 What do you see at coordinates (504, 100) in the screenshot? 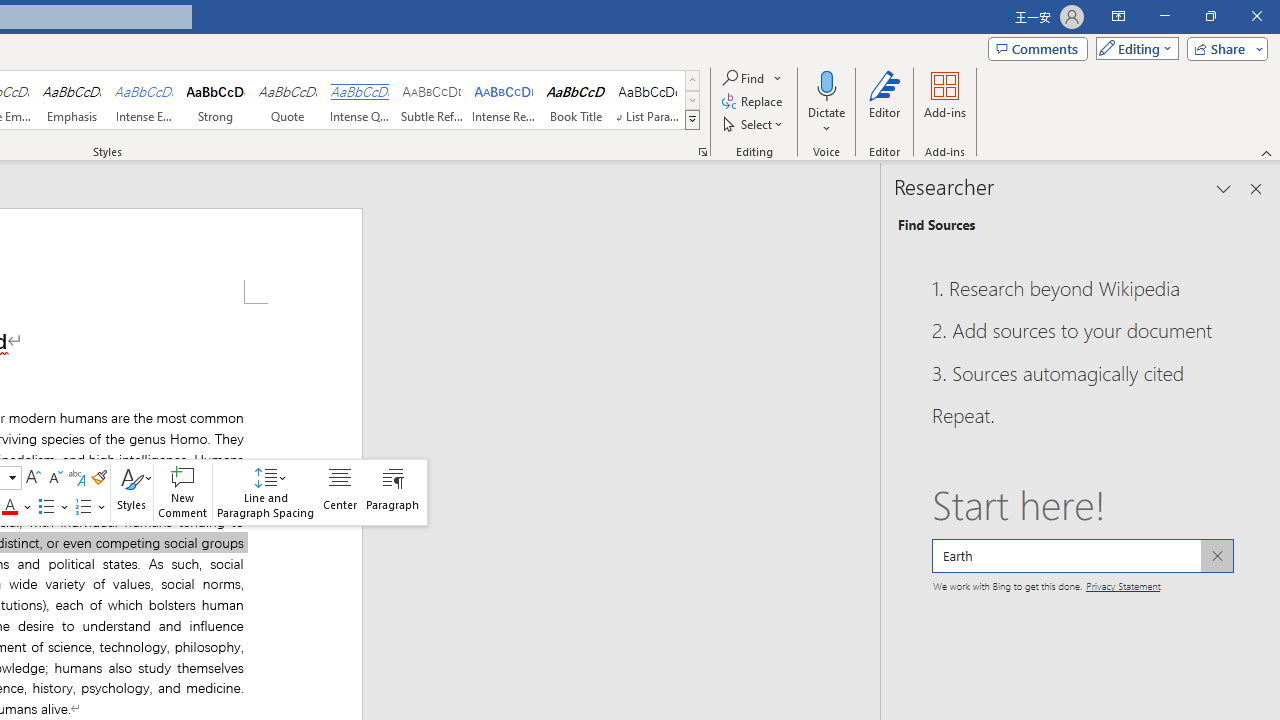
I see `'Intense Reference'` at bounding box center [504, 100].